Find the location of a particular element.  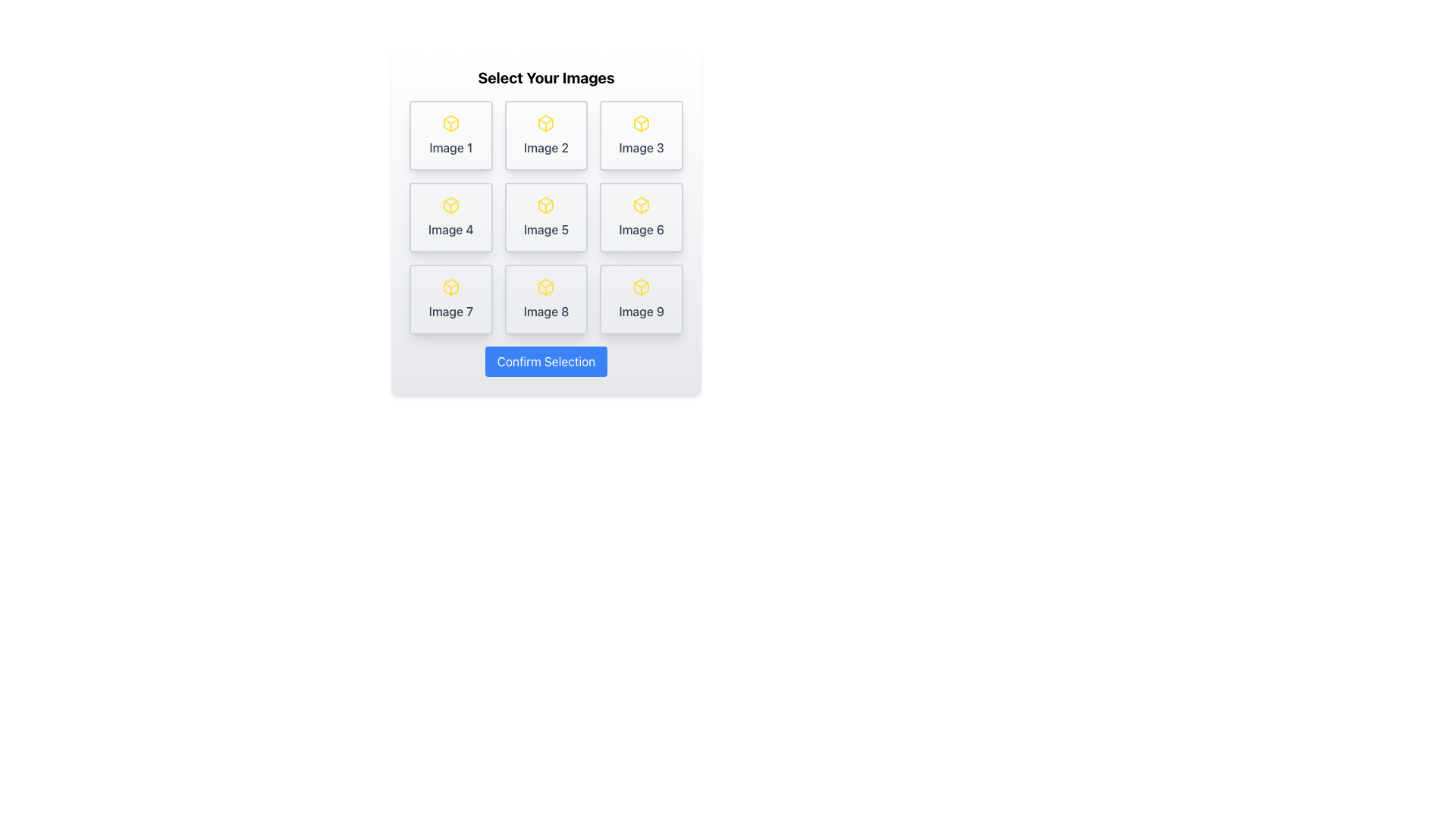

the card labeled 'Image 8' located is located at coordinates (546, 299).